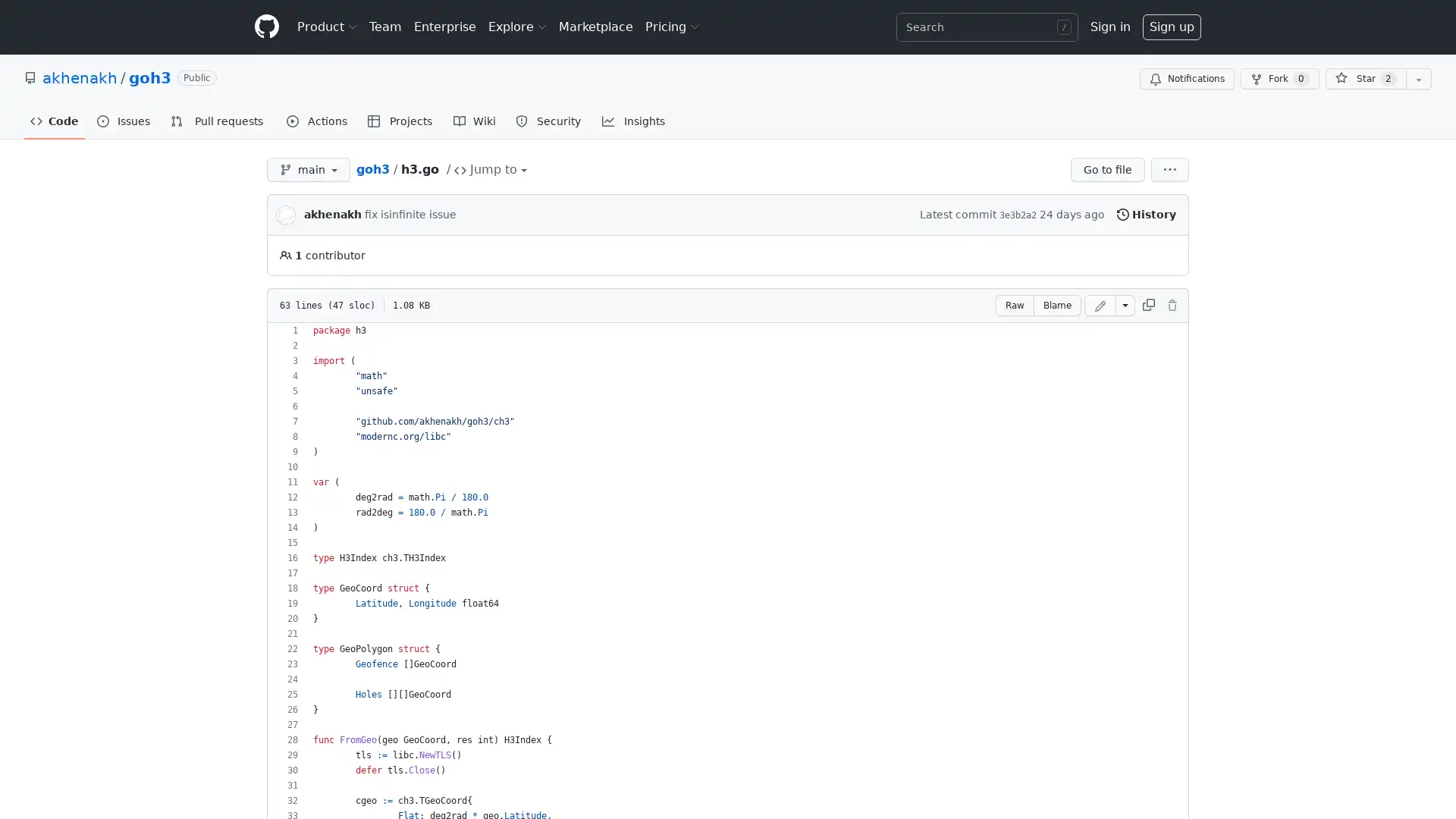 This screenshot has height=819, width=1456. What do you see at coordinates (322, 255) in the screenshot?
I see `1 contributor` at bounding box center [322, 255].